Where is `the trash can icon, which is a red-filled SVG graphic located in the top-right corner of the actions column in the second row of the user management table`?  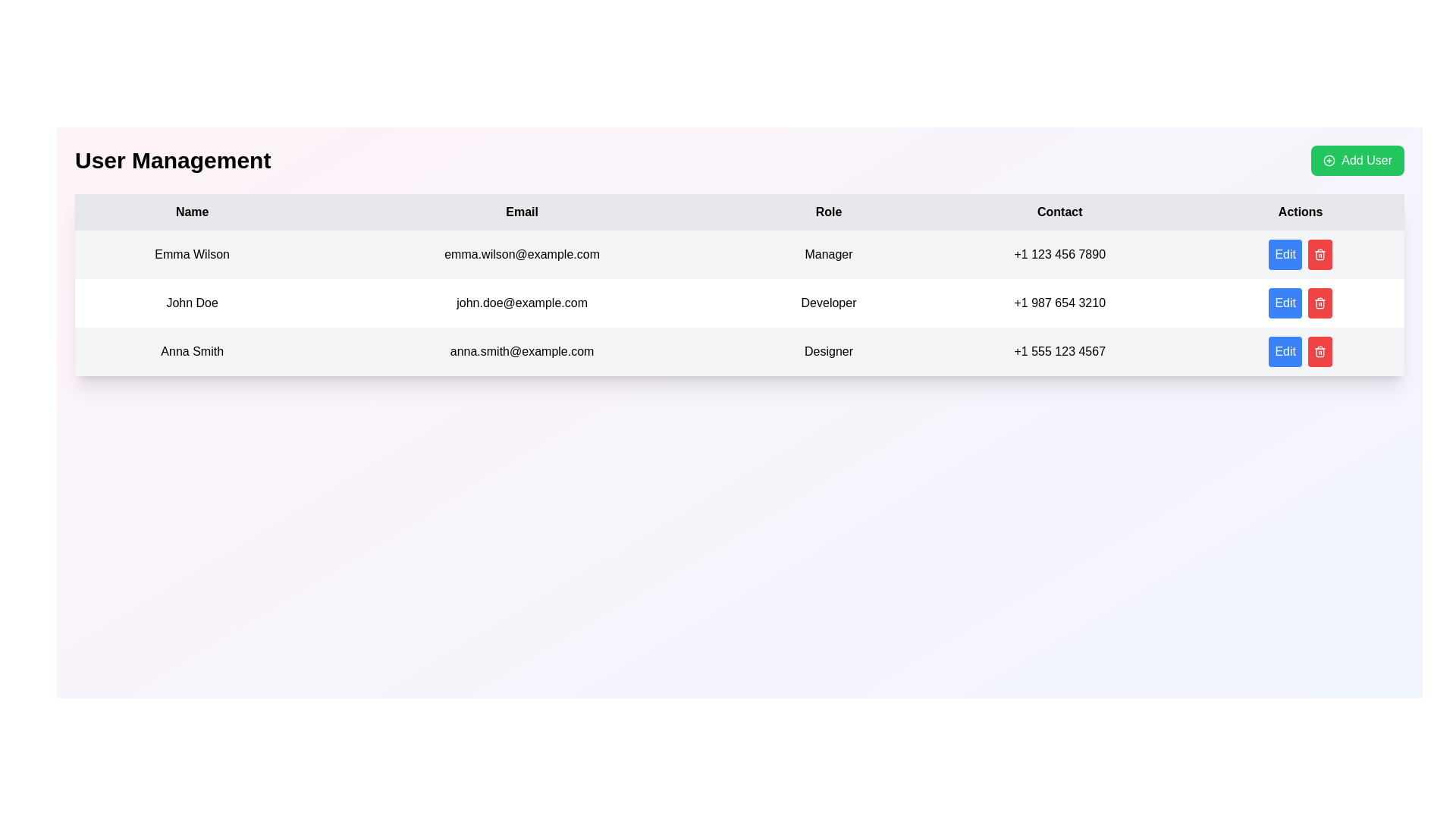
the trash can icon, which is a red-filled SVG graphic located in the top-right corner of the actions column in the second row of the user management table is located at coordinates (1319, 253).